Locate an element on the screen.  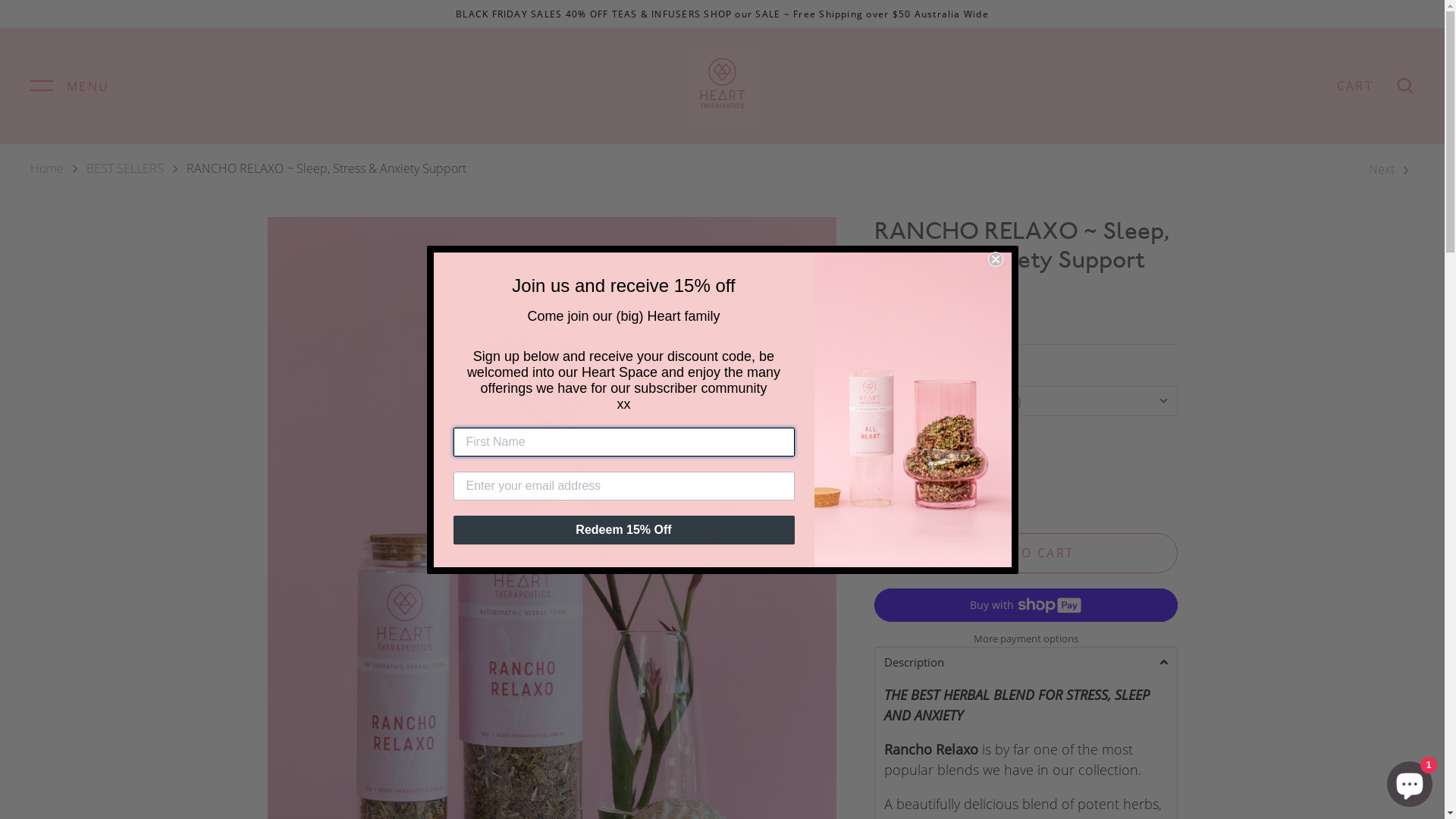
'MENU' is located at coordinates (68, 86).